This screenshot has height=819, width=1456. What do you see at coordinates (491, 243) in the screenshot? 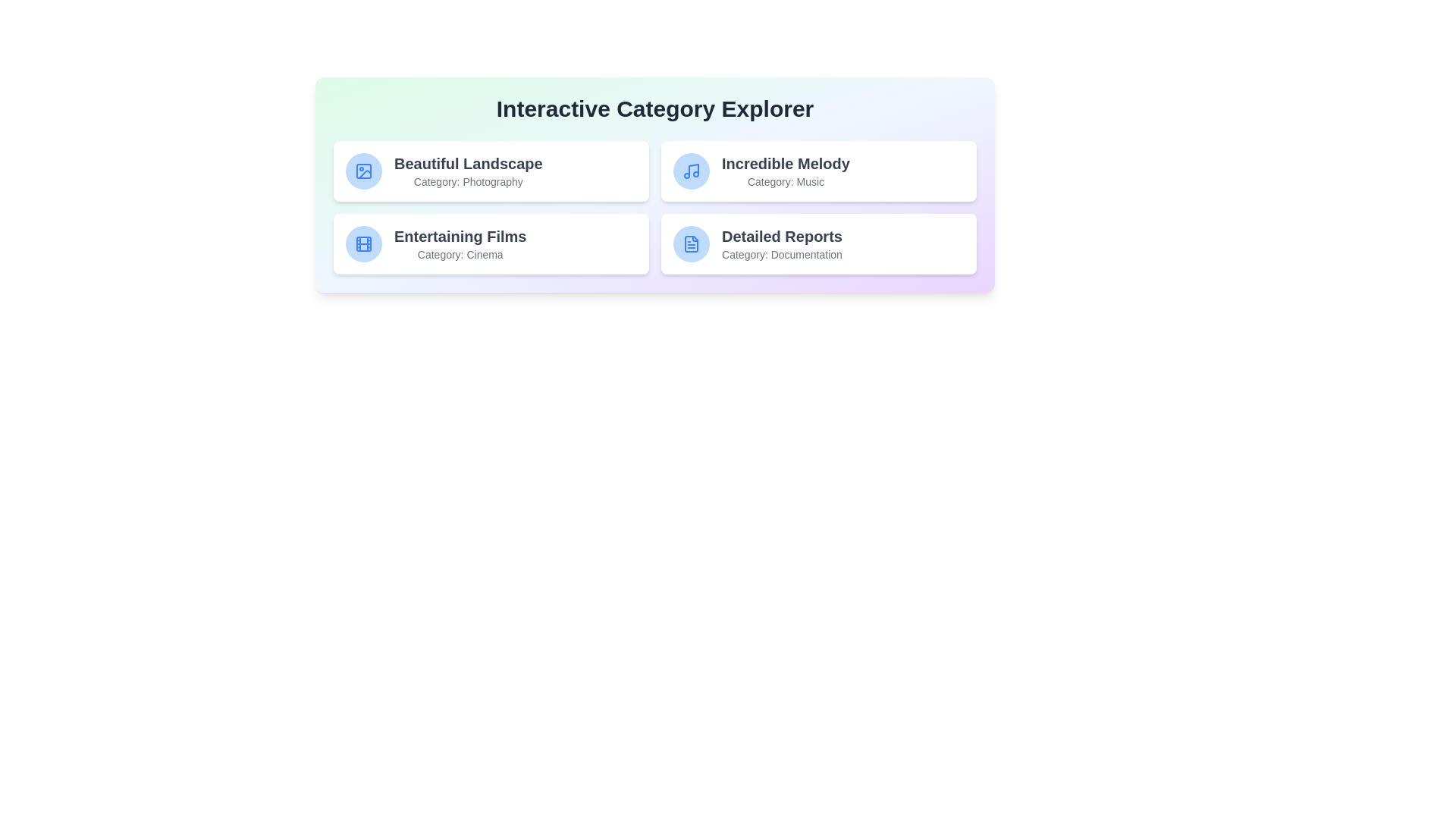
I see `the card with the title Entertaining Films` at bounding box center [491, 243].